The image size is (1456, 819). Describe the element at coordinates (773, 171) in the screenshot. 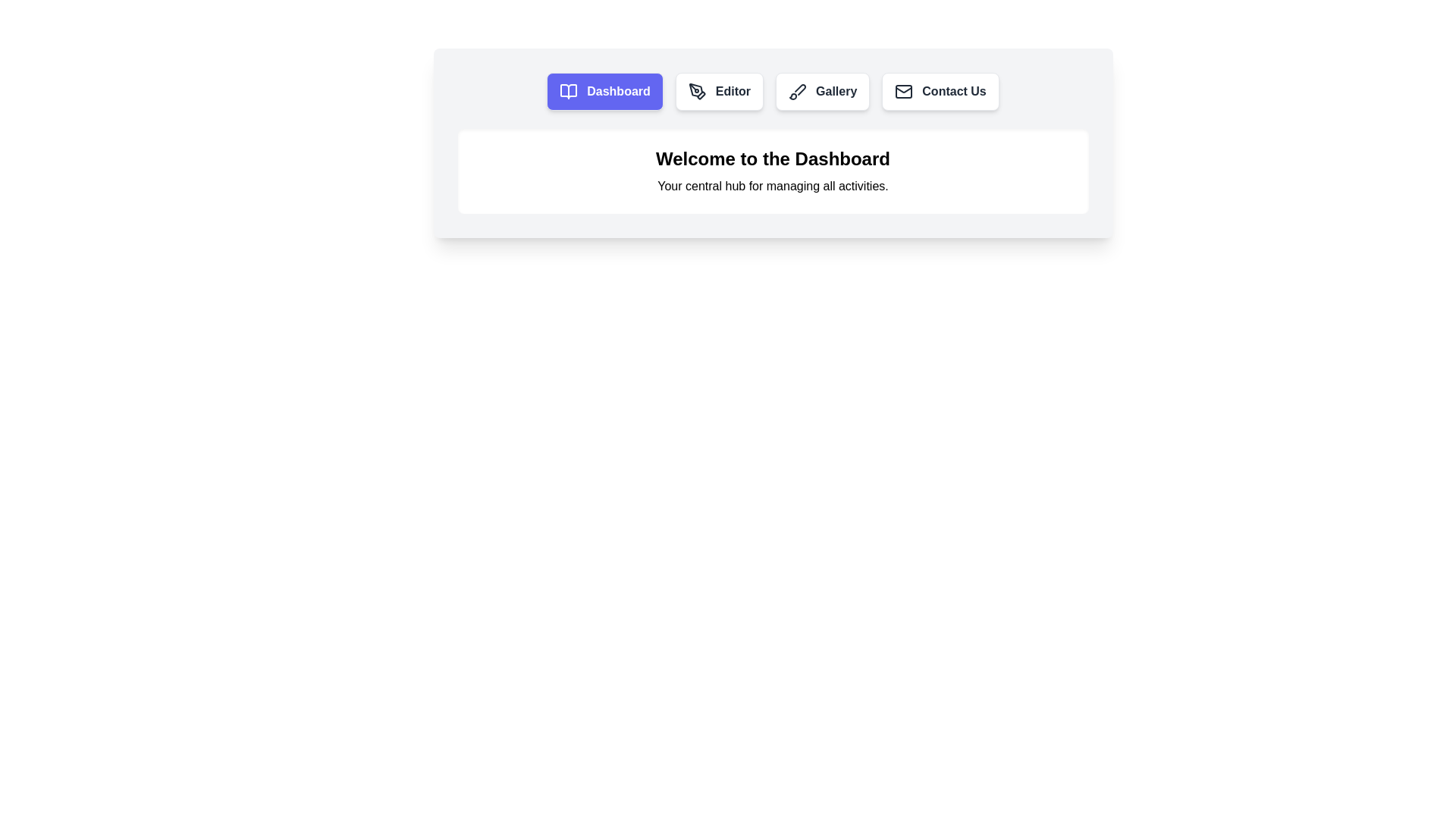

I see `the Informational panel located below the navigation buttons, which serves as an introduction to the dashboard interface` at that location.